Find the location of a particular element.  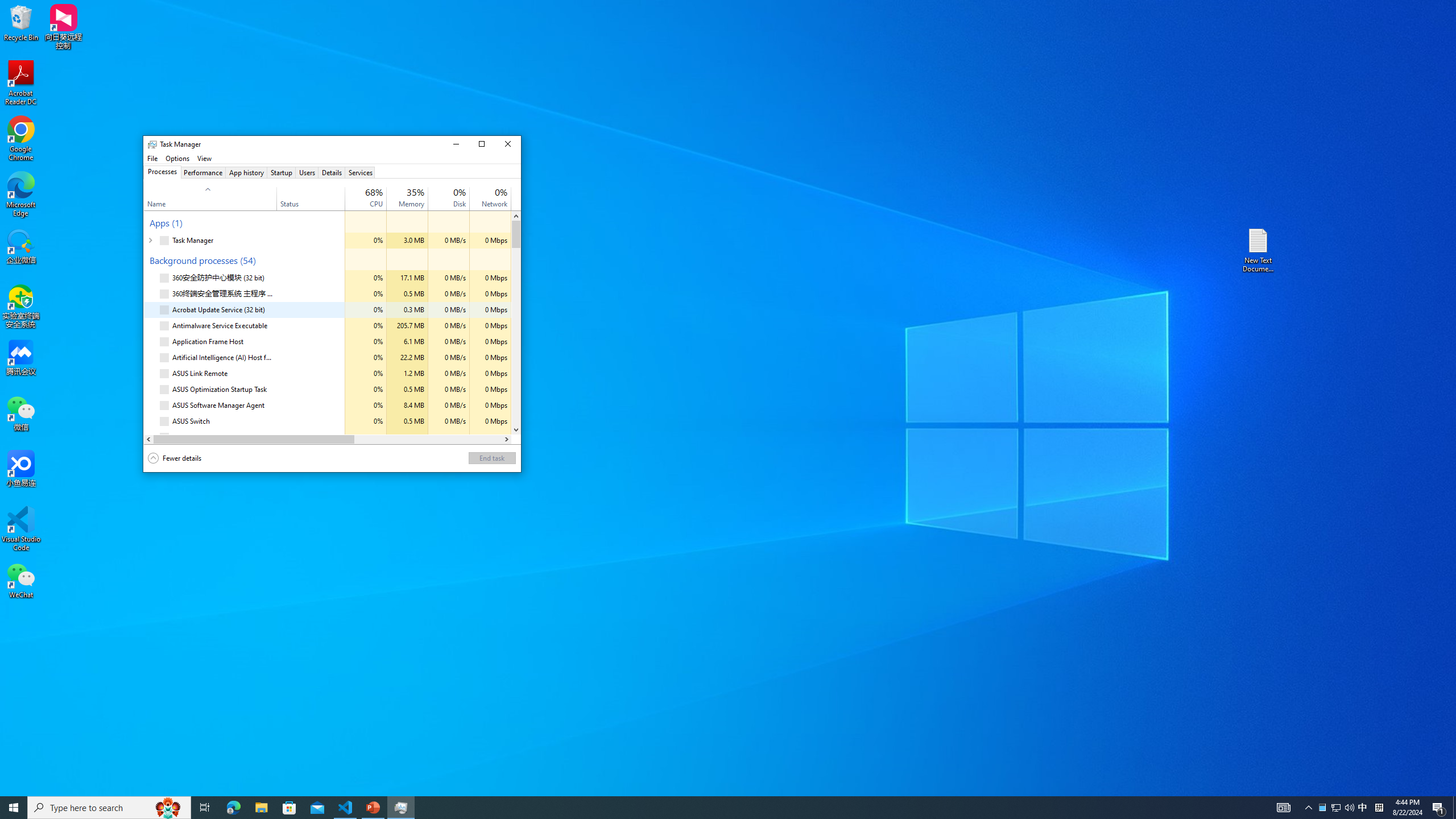

'App history' is located at coordinates (246, 172).